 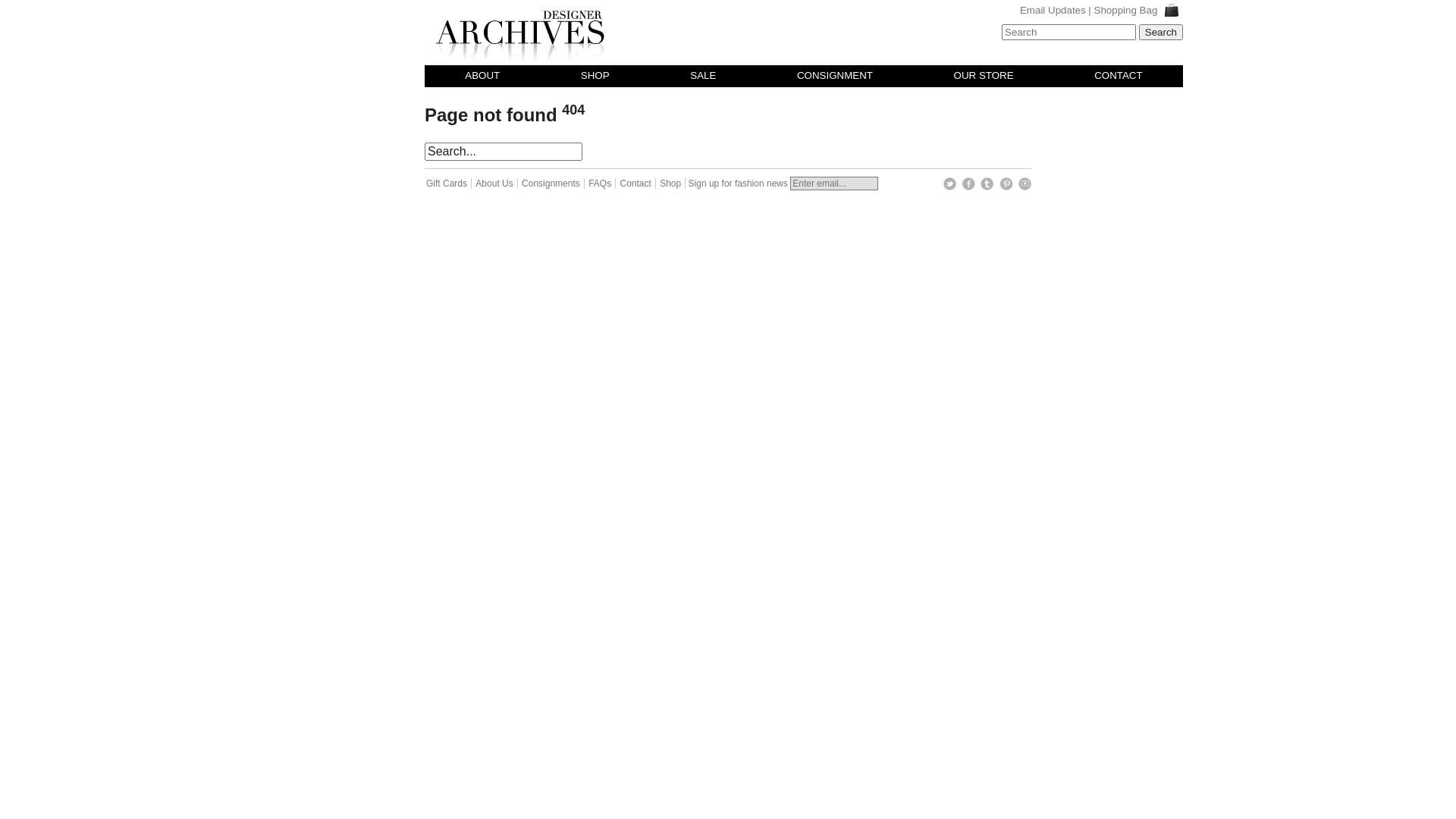 What do you see at coordinates (701, 76) in the screenshot?
I see `'SALE'` at bounding box center [701, 76].